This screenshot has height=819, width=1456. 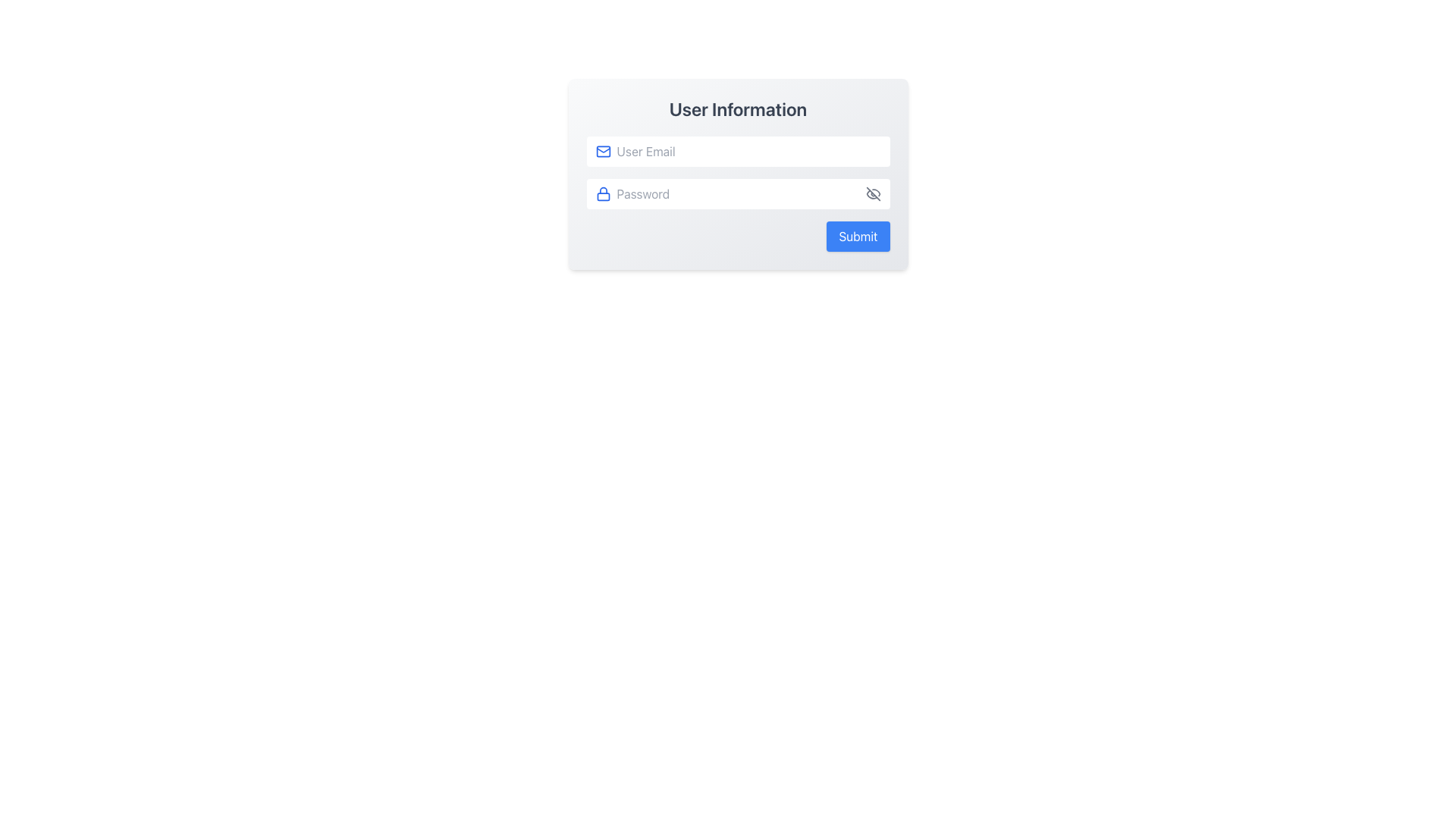 What do you see at coordinates (873, 193) in the screenshot?
I see `the button to the right of the password input field` at bounding box center [873, 193].